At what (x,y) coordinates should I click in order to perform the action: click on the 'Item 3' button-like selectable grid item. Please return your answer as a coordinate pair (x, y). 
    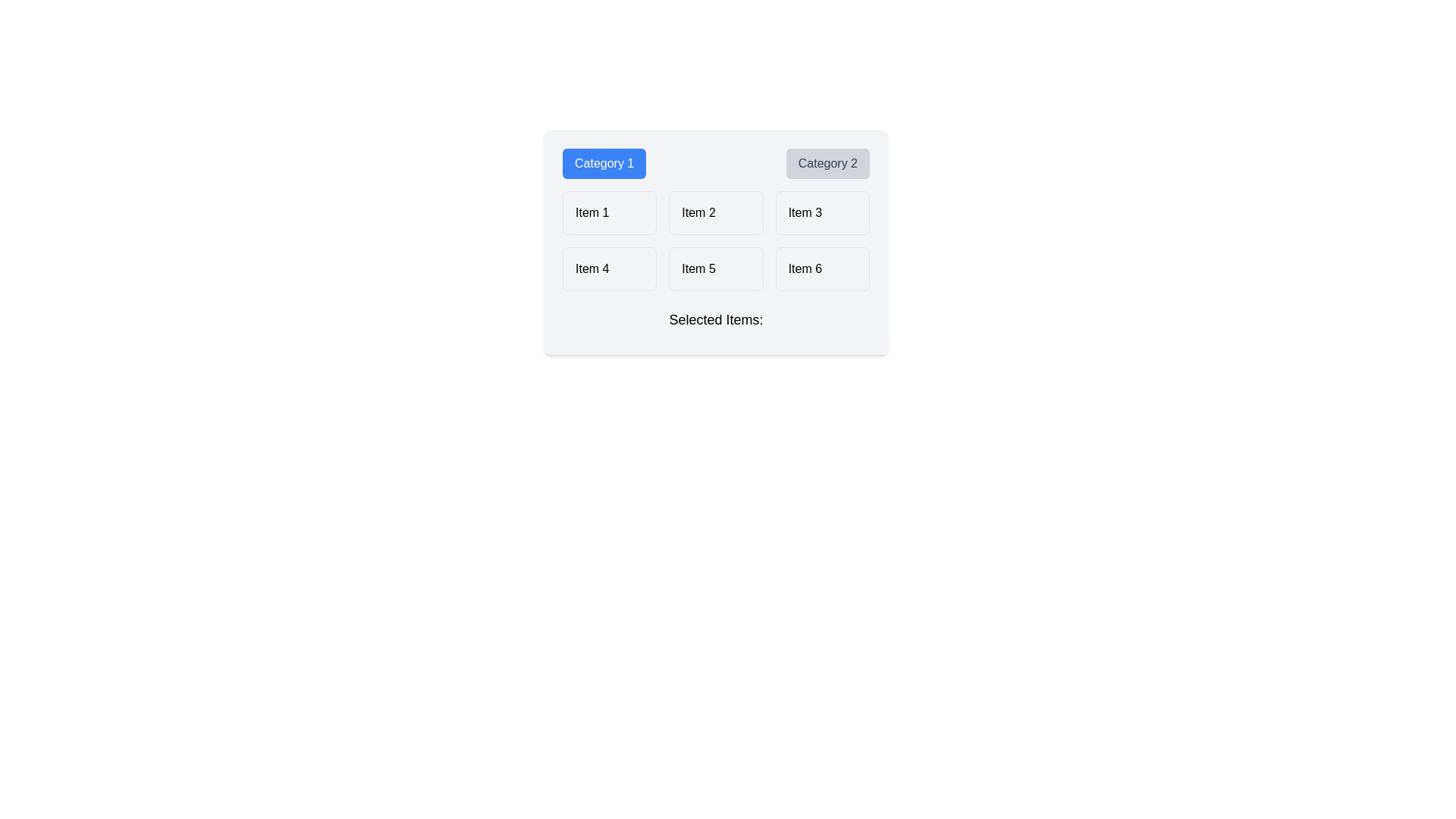
    Looking at the image, I should click on (821, 213).